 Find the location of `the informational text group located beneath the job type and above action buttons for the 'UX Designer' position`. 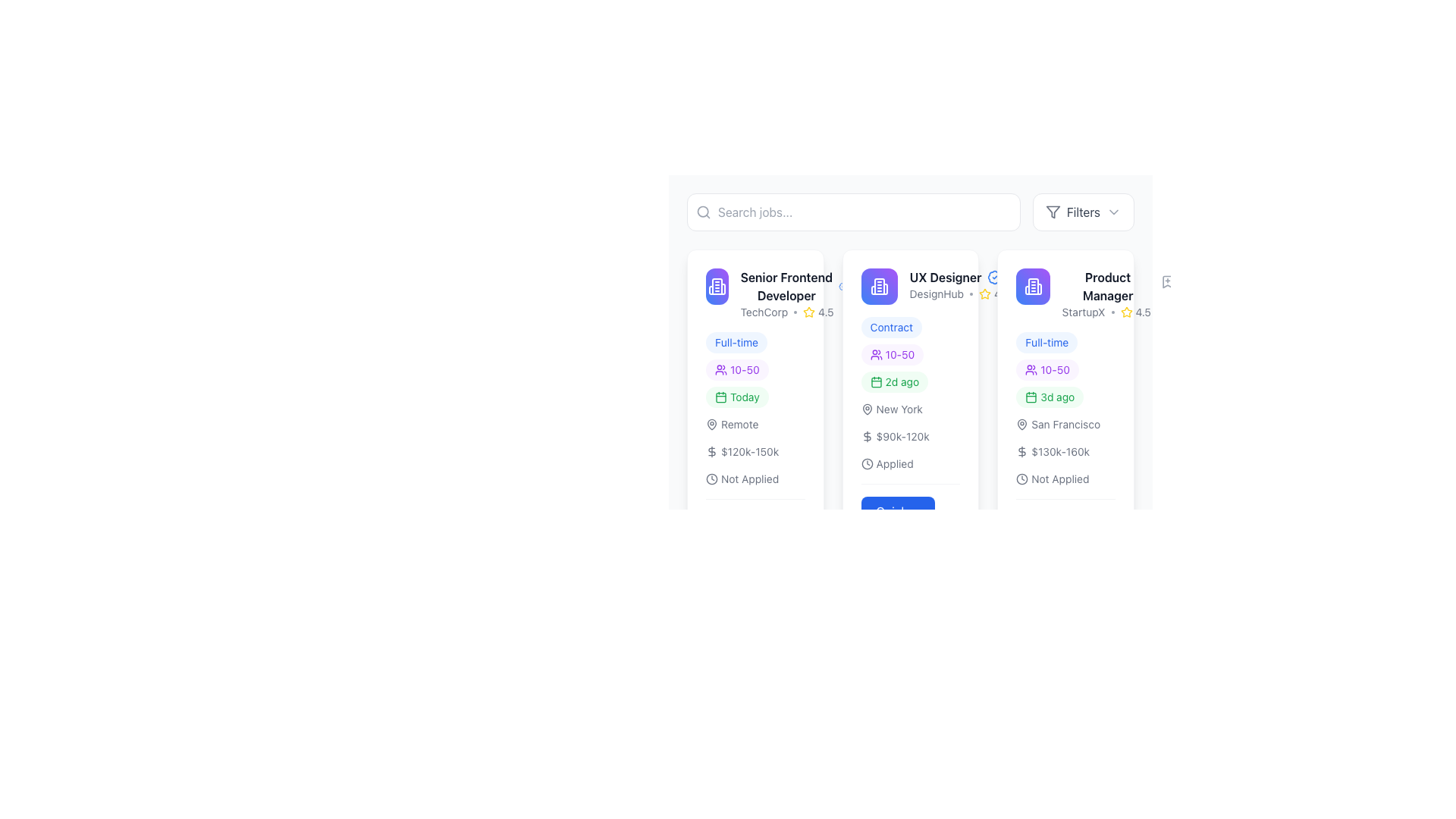

the informational text group located beneath the job type and above action buttons for the 'UX Designer' position is located at coordinates (910, 436).